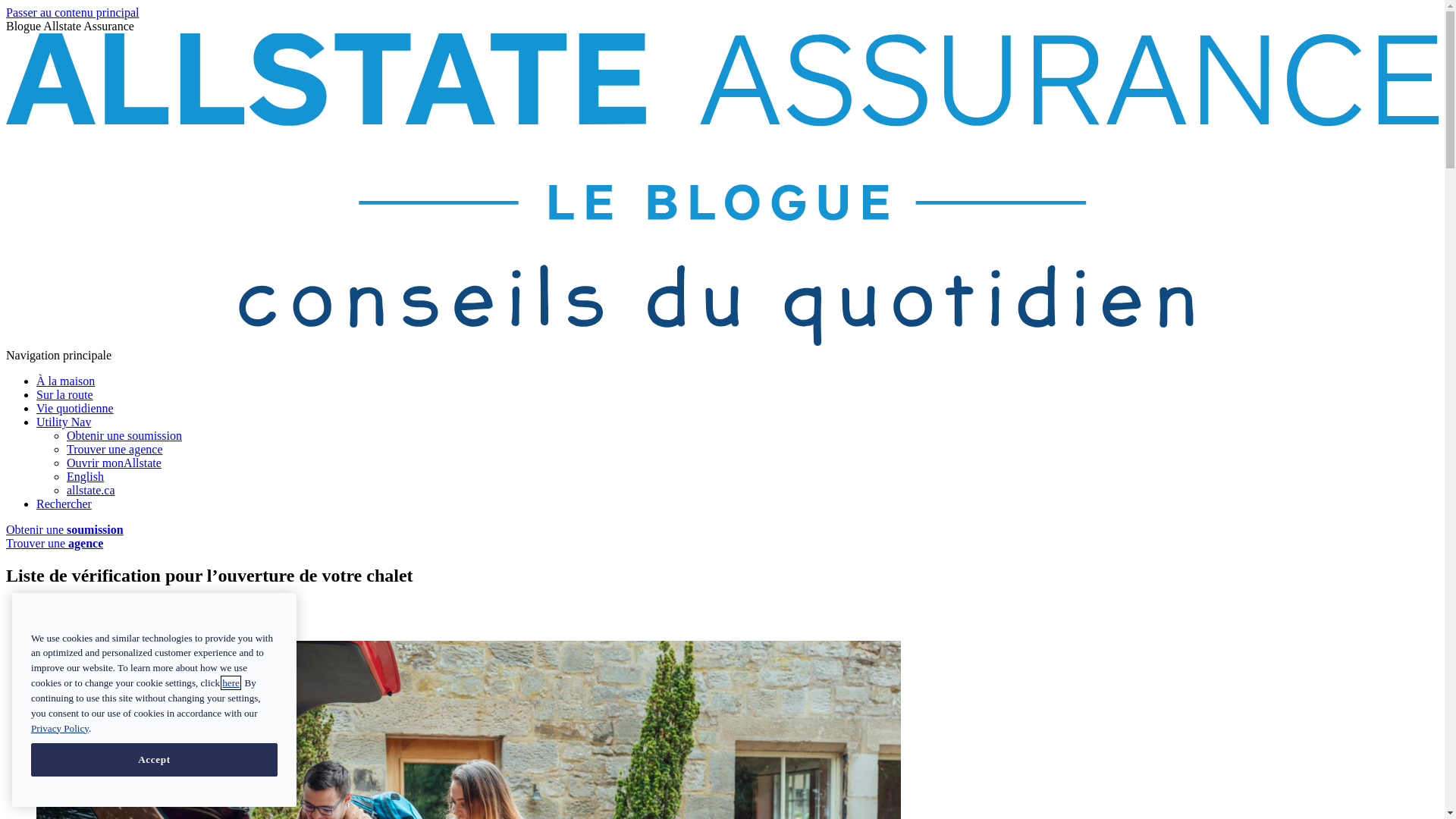 This screenshot has height=819, width=1456. What do you see at coordinates (6, 12) in the screenshot?
I see `'Passer au contenu principal'` at bounding box center [6, 12].